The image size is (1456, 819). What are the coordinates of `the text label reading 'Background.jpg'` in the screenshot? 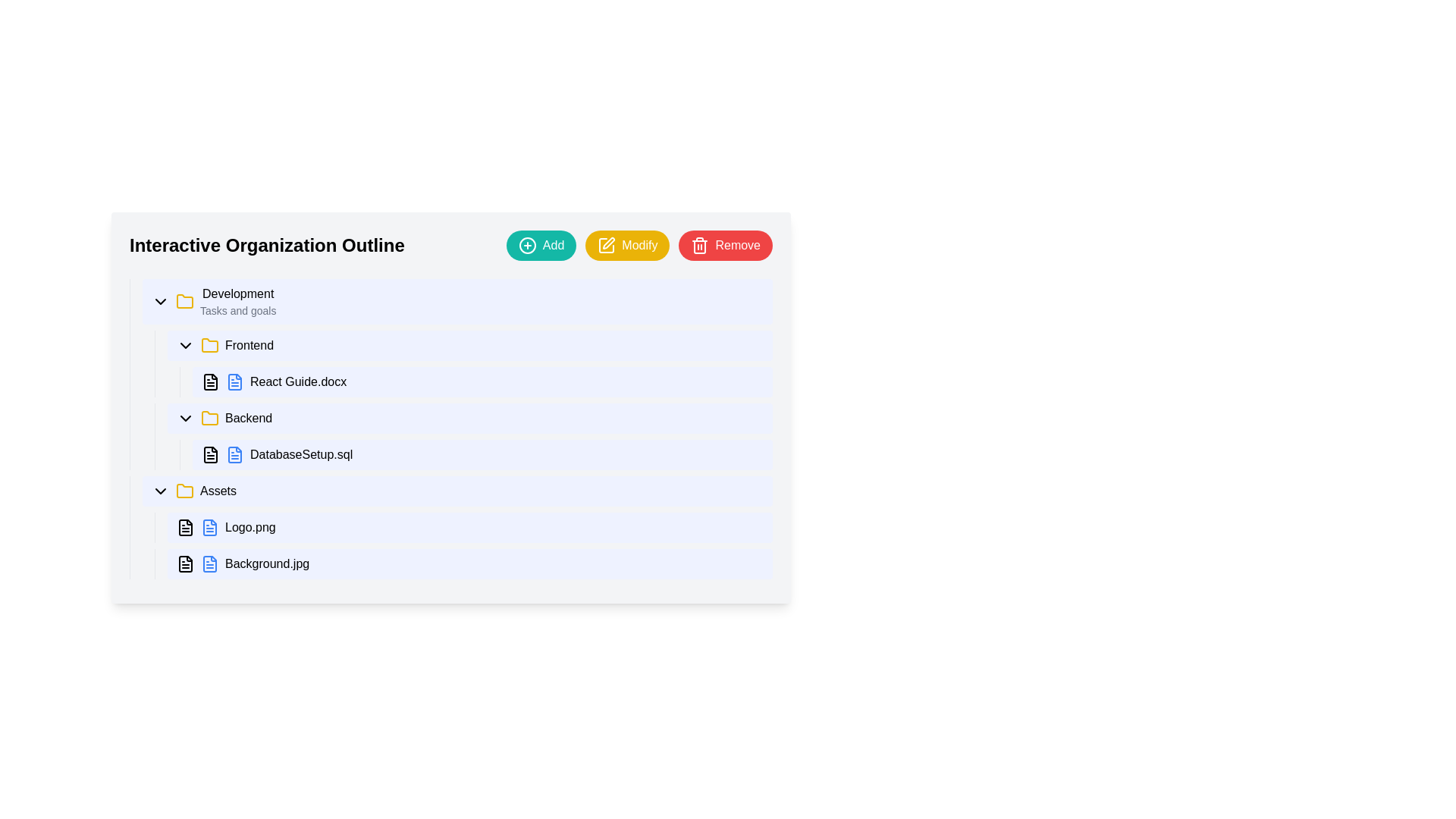 It's located at (267, 564).